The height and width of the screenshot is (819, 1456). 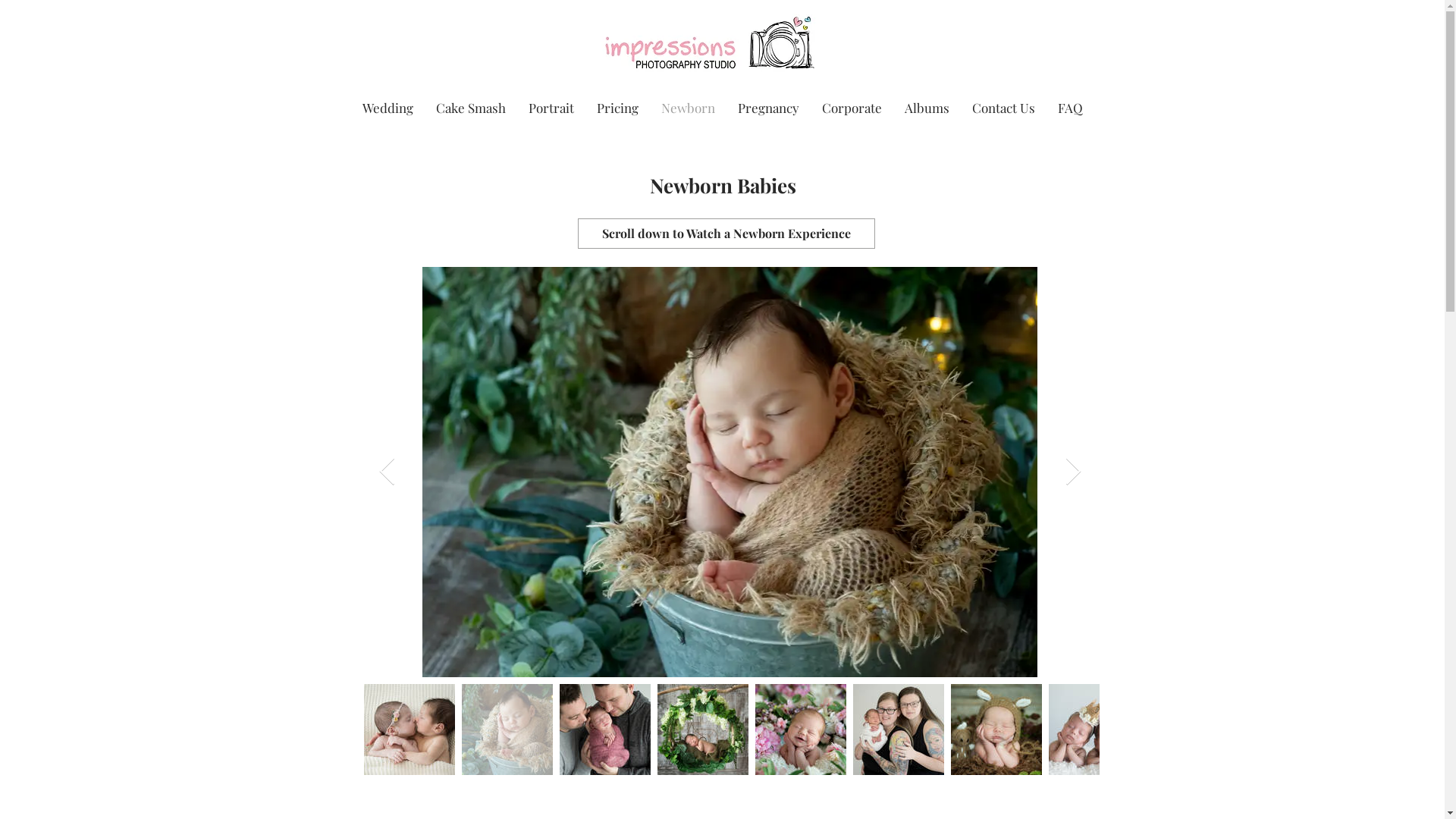 I want to click on 'Albums', so click(x=893, y=107).